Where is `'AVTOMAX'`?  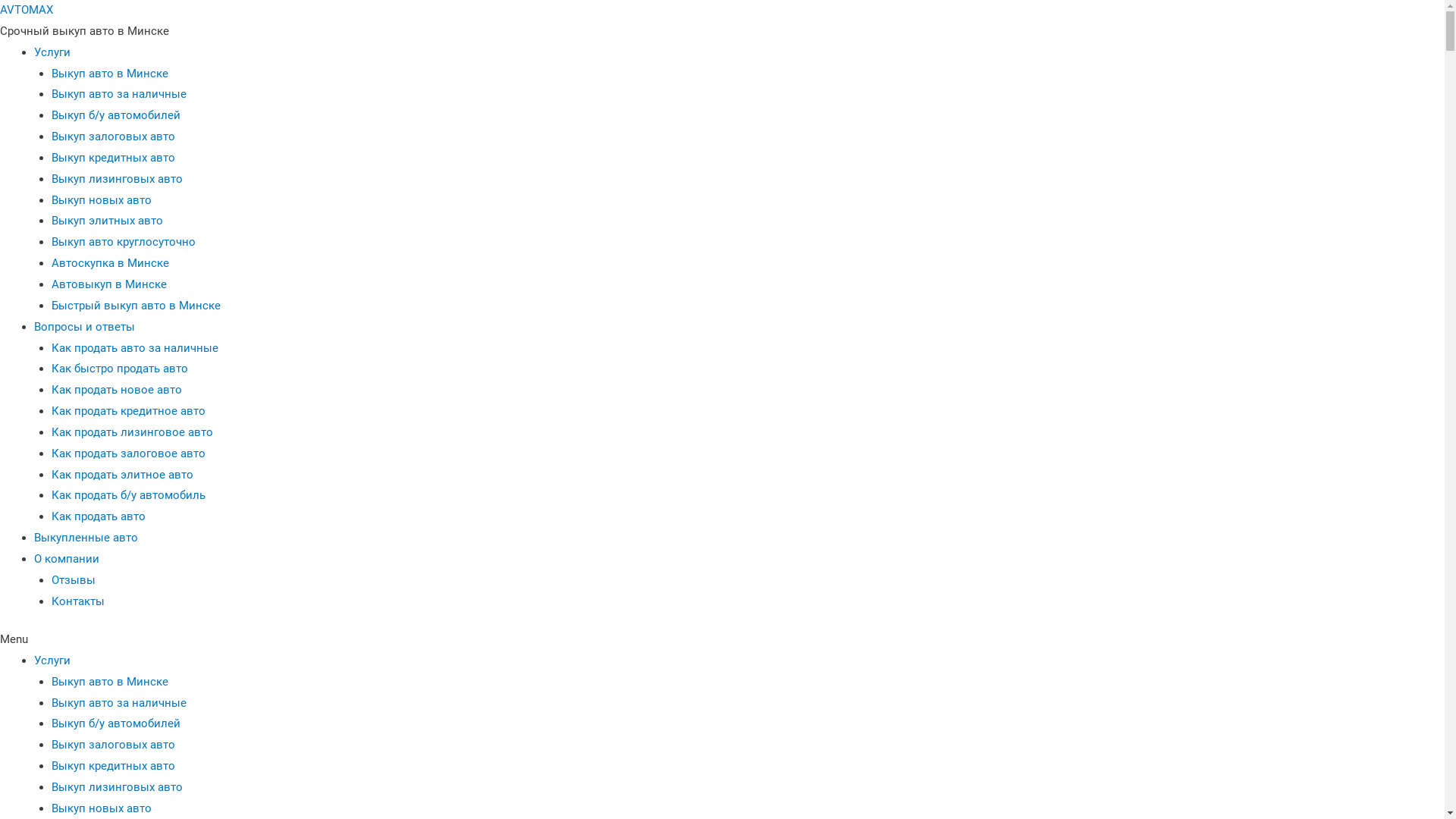 'AVTOMAX' is located at coordinates (26, 9).